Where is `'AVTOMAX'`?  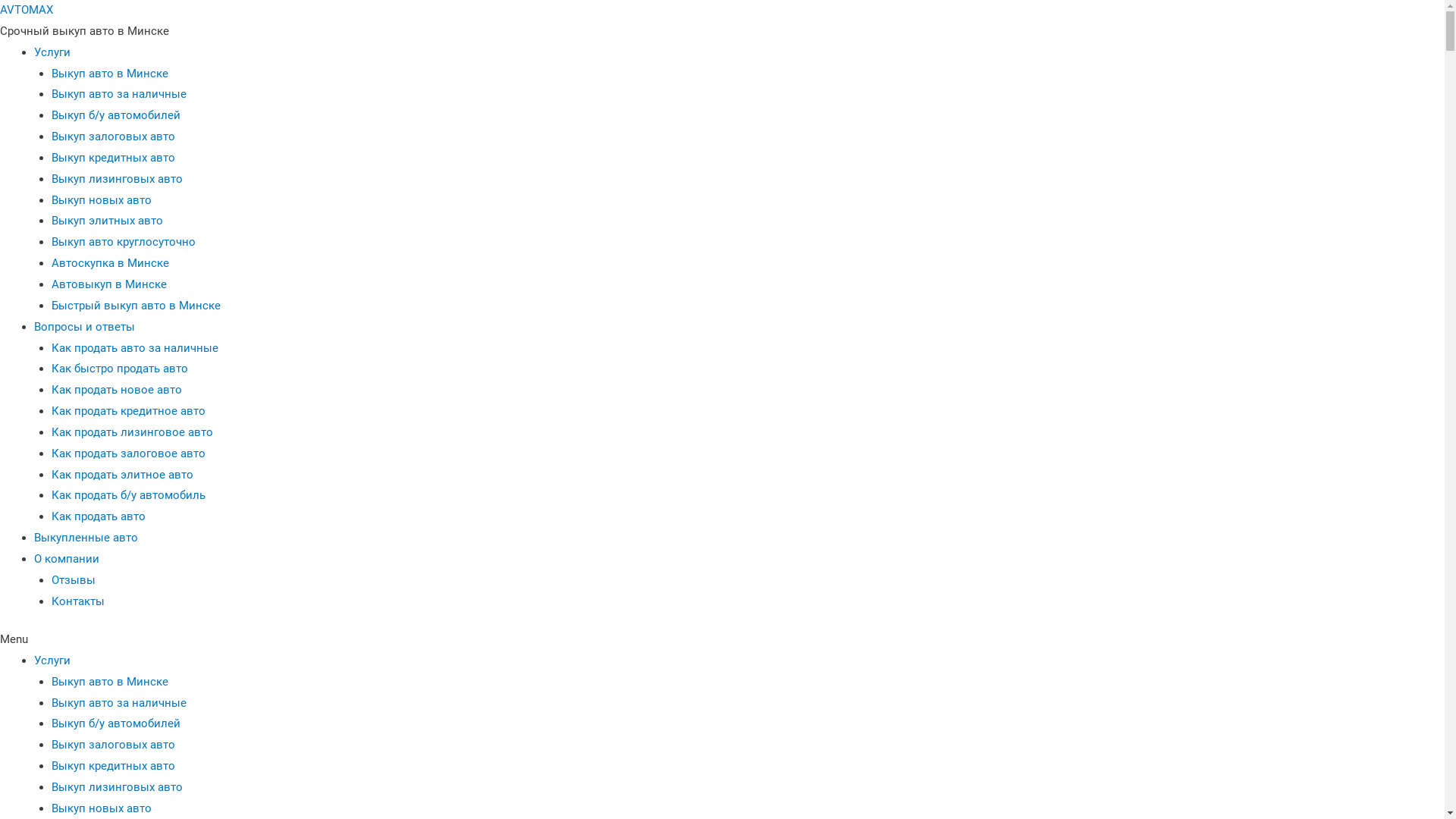 'AVTOMAX' is located at coordinates (26, 9).